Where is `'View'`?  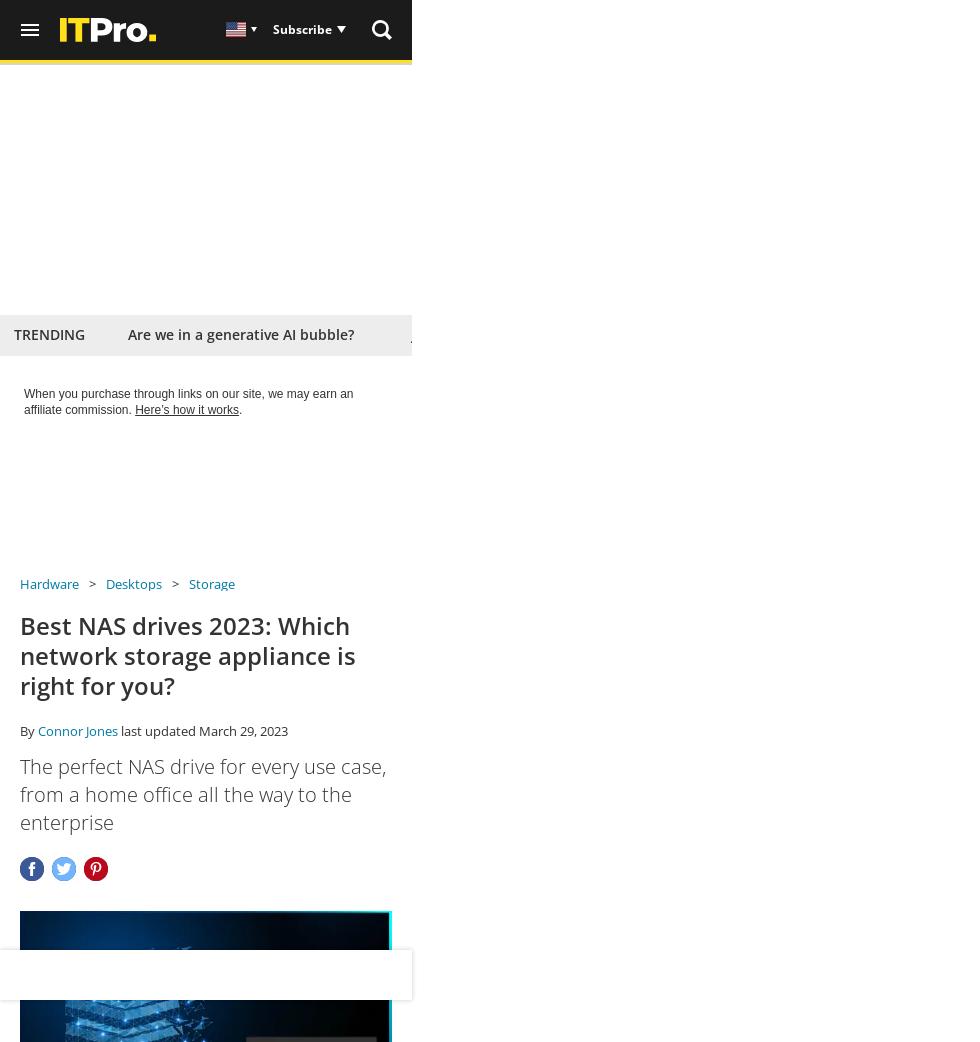 'View' is located at coordinates (205, 541).